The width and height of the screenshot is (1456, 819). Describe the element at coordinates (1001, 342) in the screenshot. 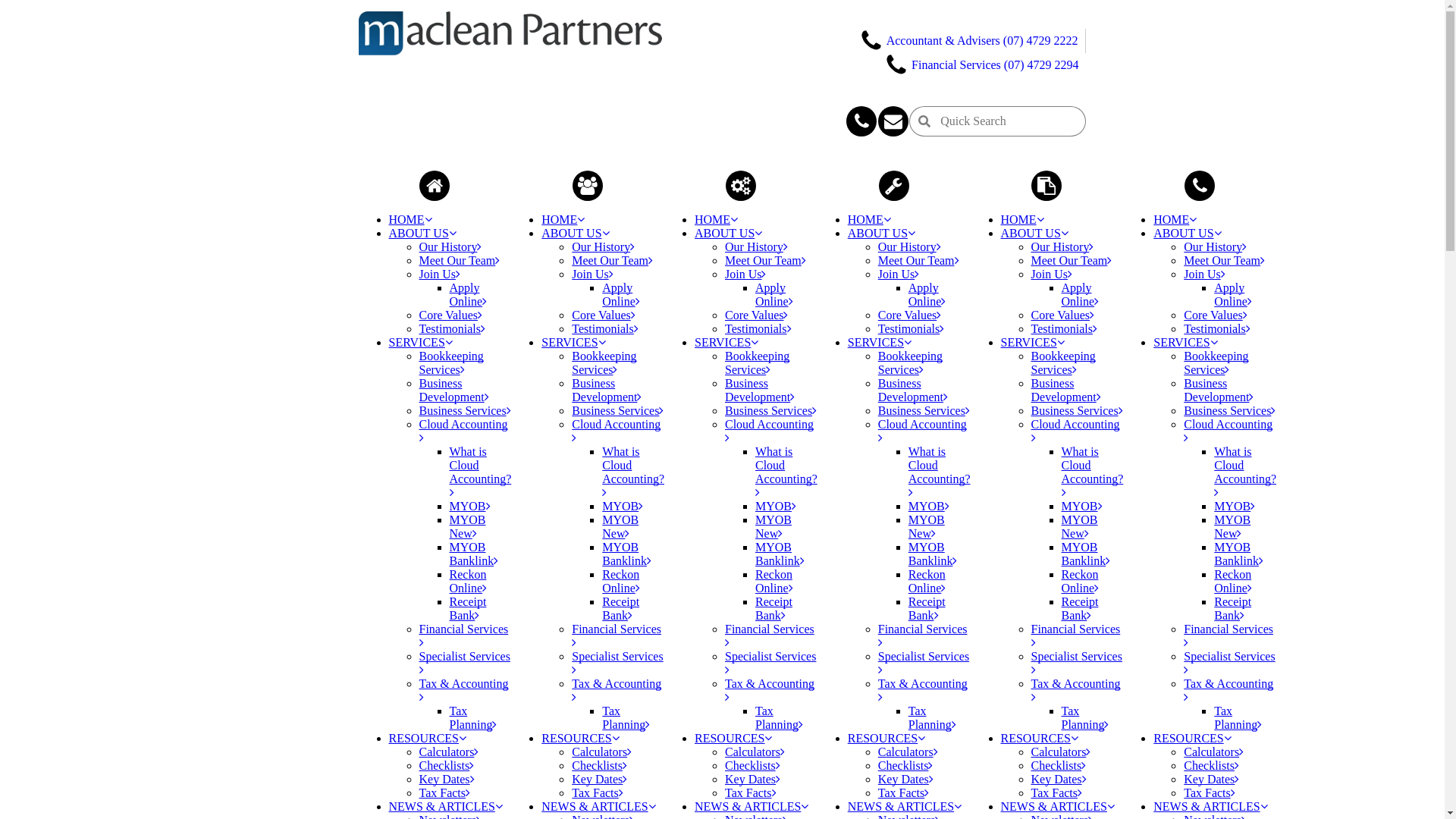

I see `'SERVICES'` at that location.